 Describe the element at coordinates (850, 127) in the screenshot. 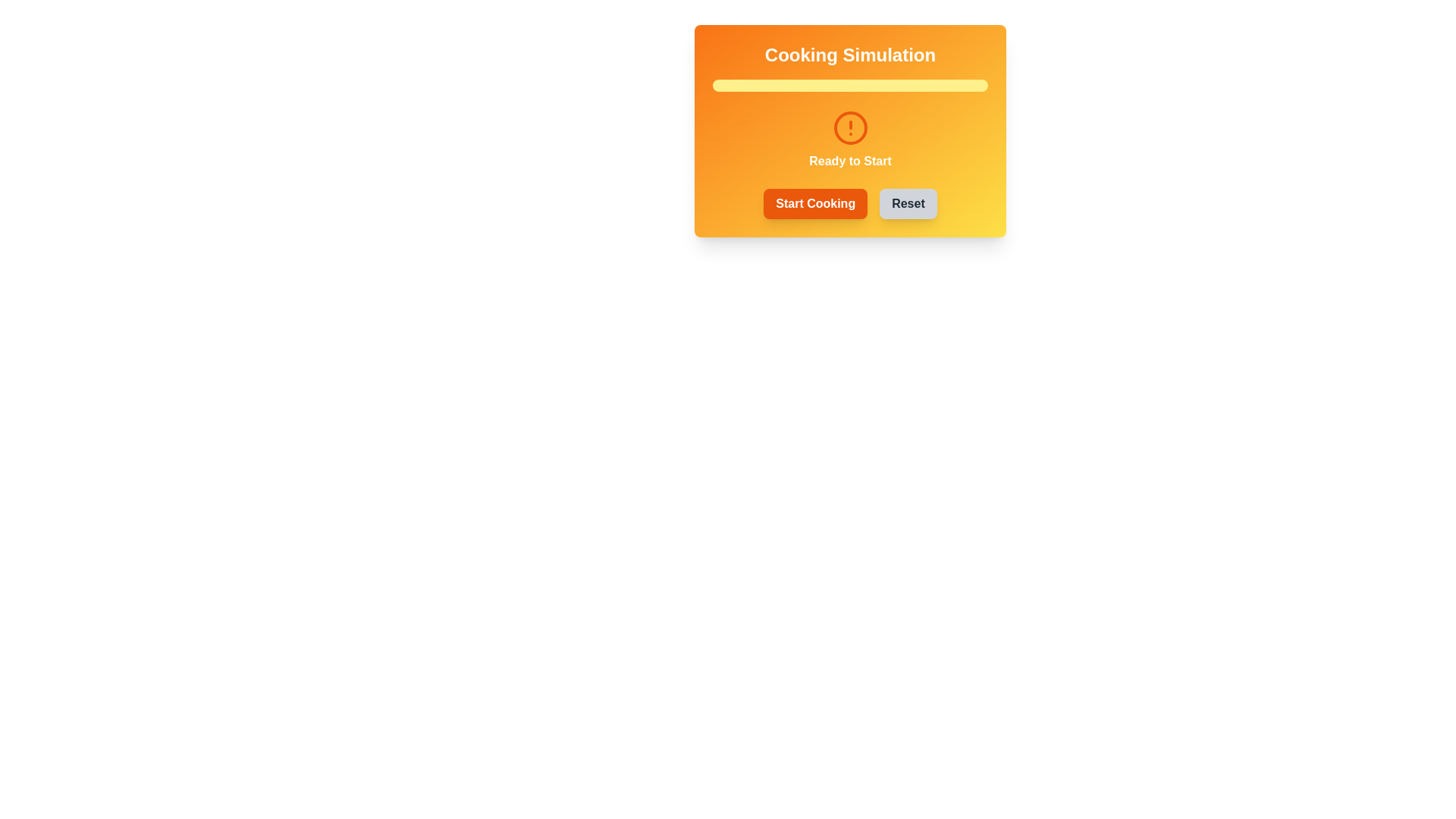

I see `the circular part of the alert icon located at the top-center of the orange-yellow card, above the buttons labeled 'Start Cooking' and 'Reset'` at that location.